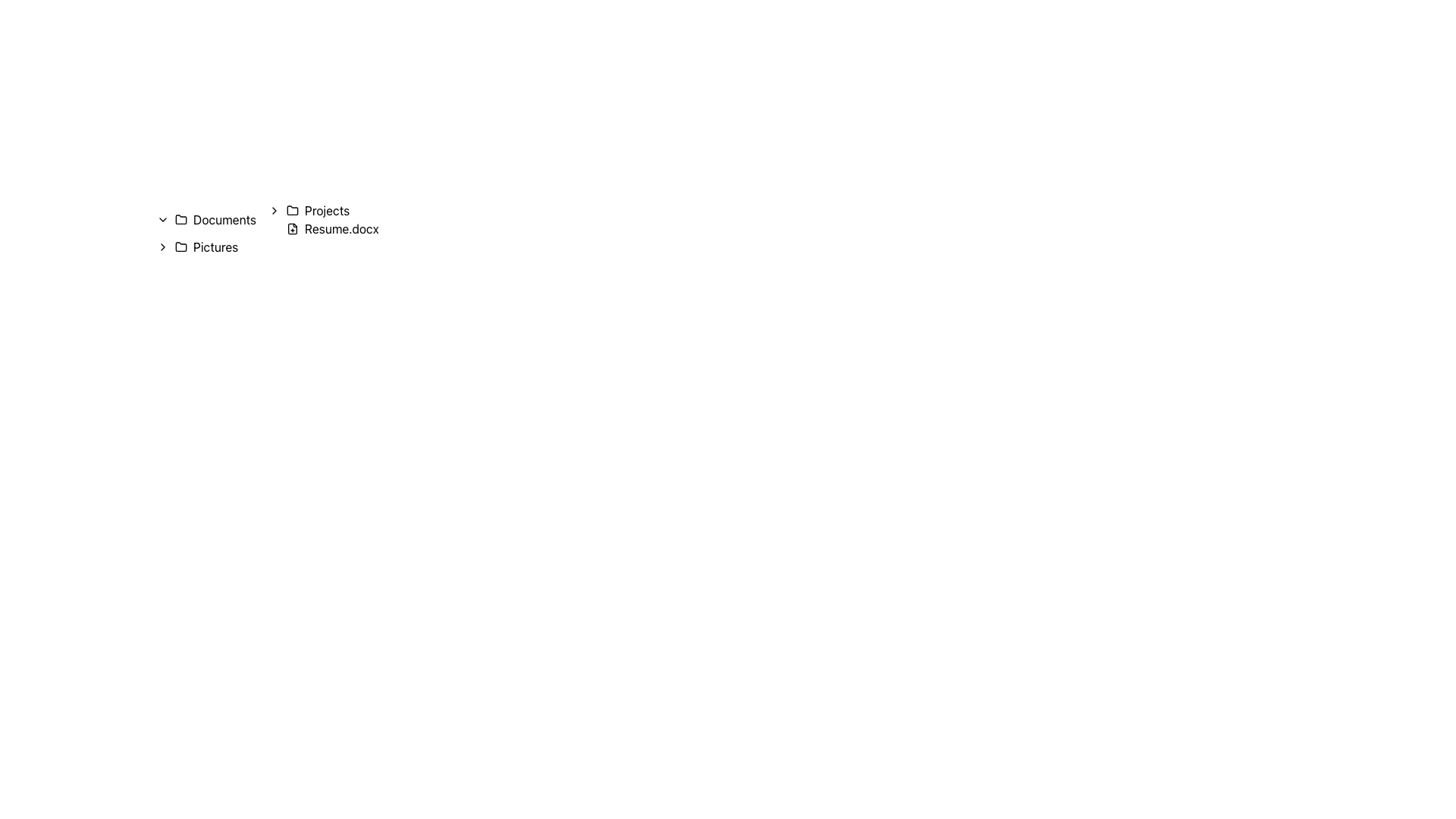 Image resolution: width=1456 pixels, height=819 pixels. I want to click on the downward-pointing chevron icon located to the left of the 'Documents' label in the hierarchical file system interface, so click(163, 219).